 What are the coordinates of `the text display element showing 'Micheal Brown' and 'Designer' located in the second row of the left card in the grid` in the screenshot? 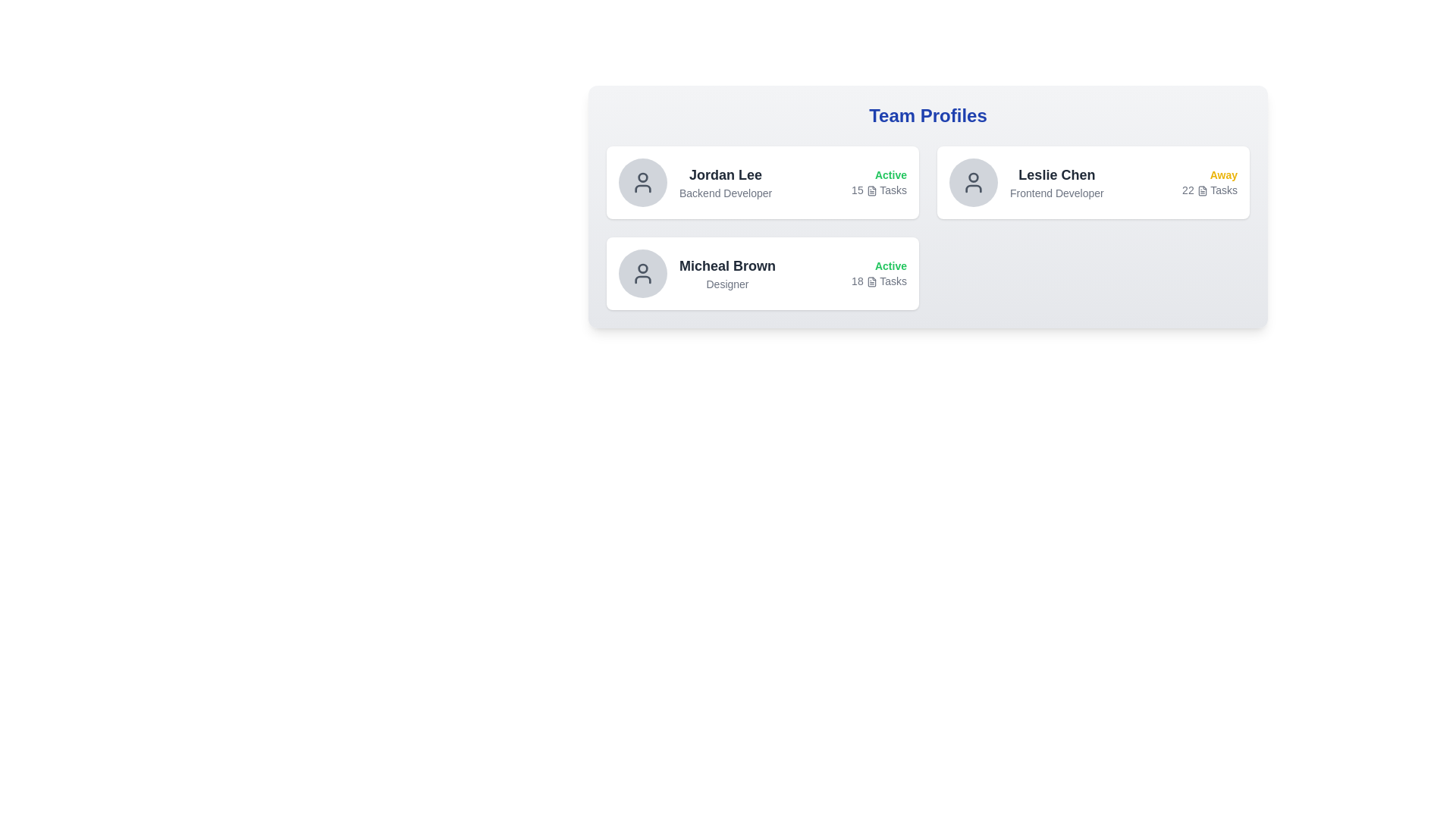 It's located at (726, 274).